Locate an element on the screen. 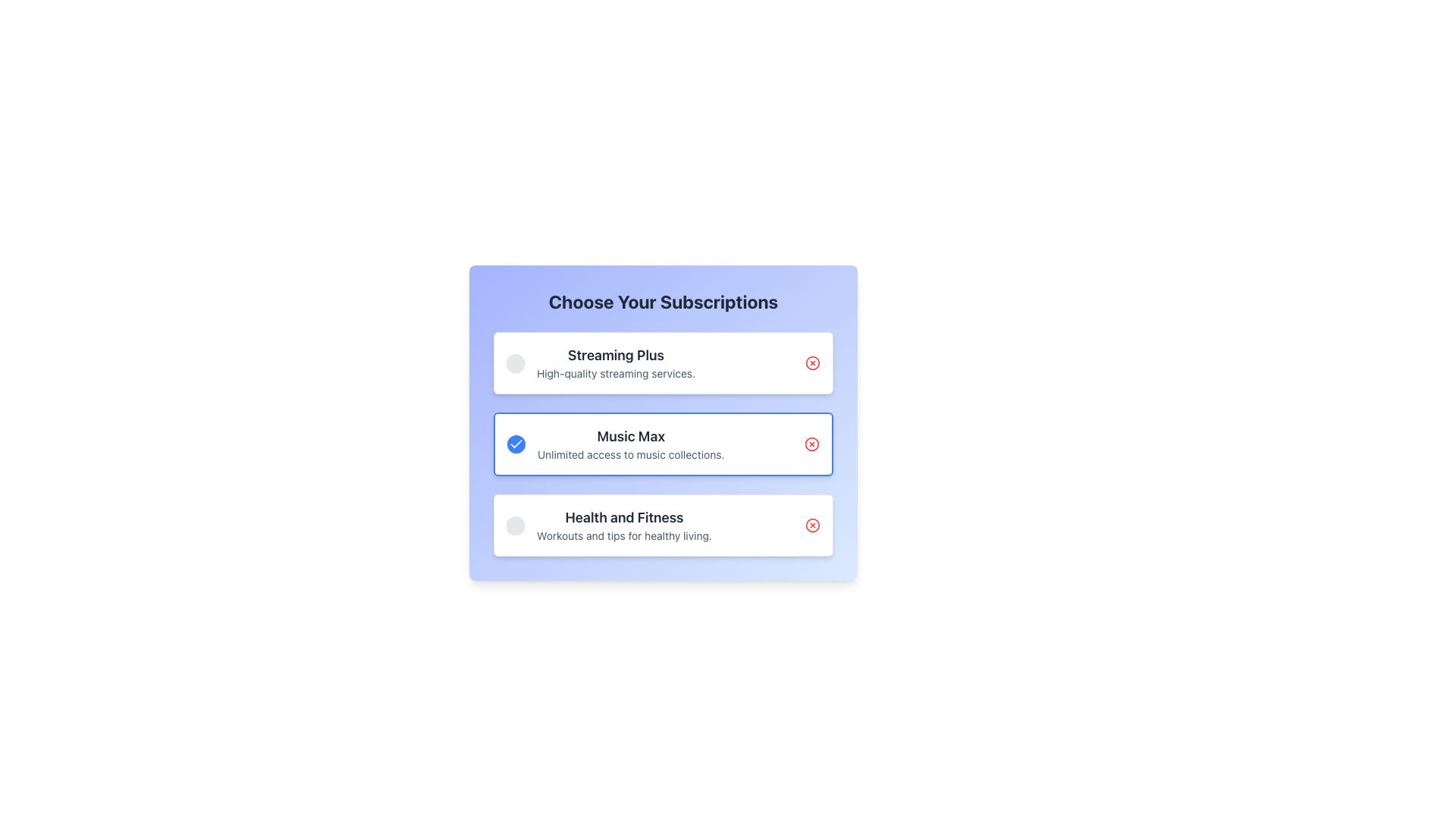 This screenshot has width=1456, height=819. the static text that provides additional information about the 'Health and Fitness' subscription option, located in the third subscription option card, directly below the title text is located at coordinates (624, 535).